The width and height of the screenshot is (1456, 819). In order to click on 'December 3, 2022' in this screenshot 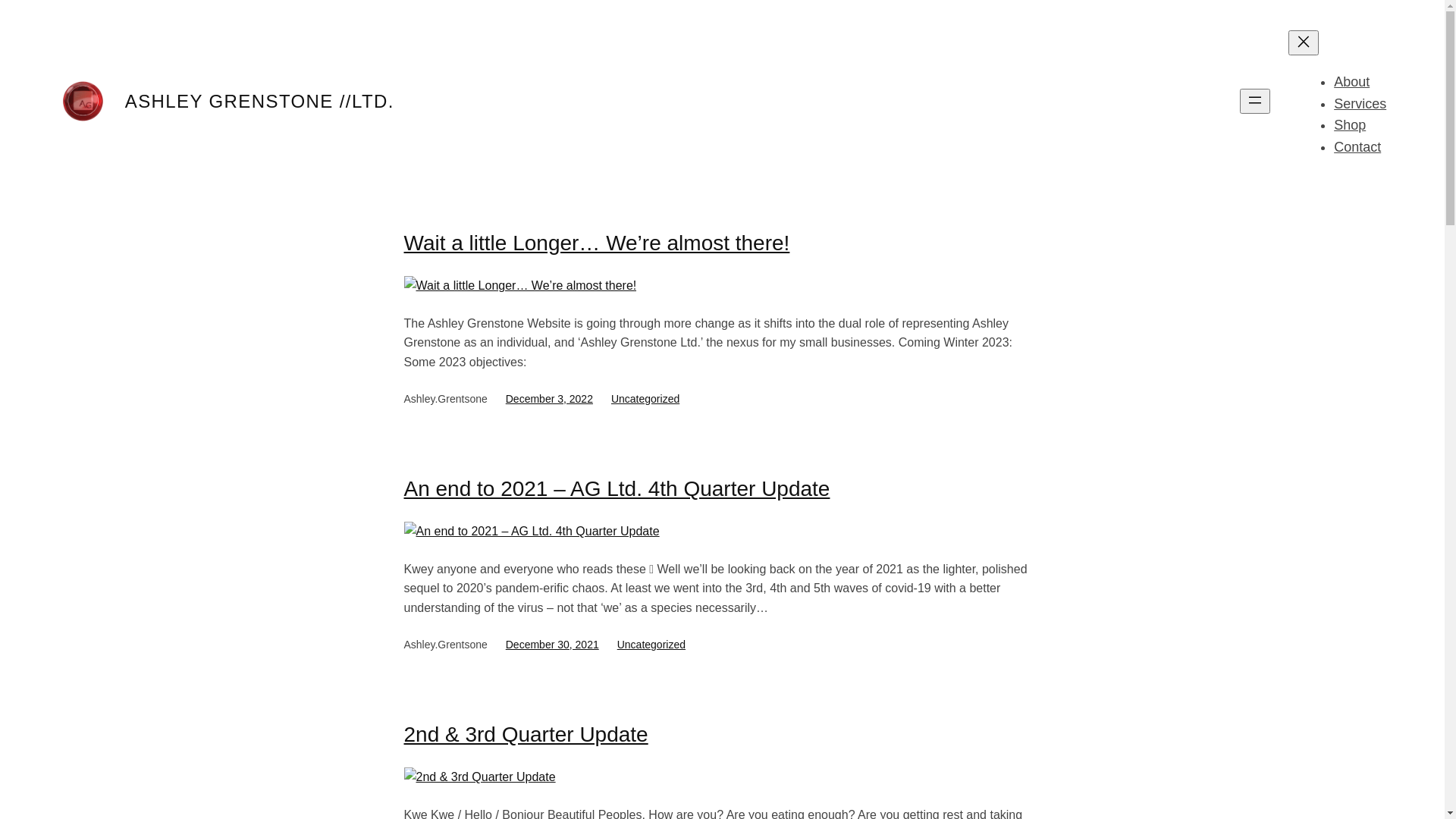, I will do `click(548, 397)`.